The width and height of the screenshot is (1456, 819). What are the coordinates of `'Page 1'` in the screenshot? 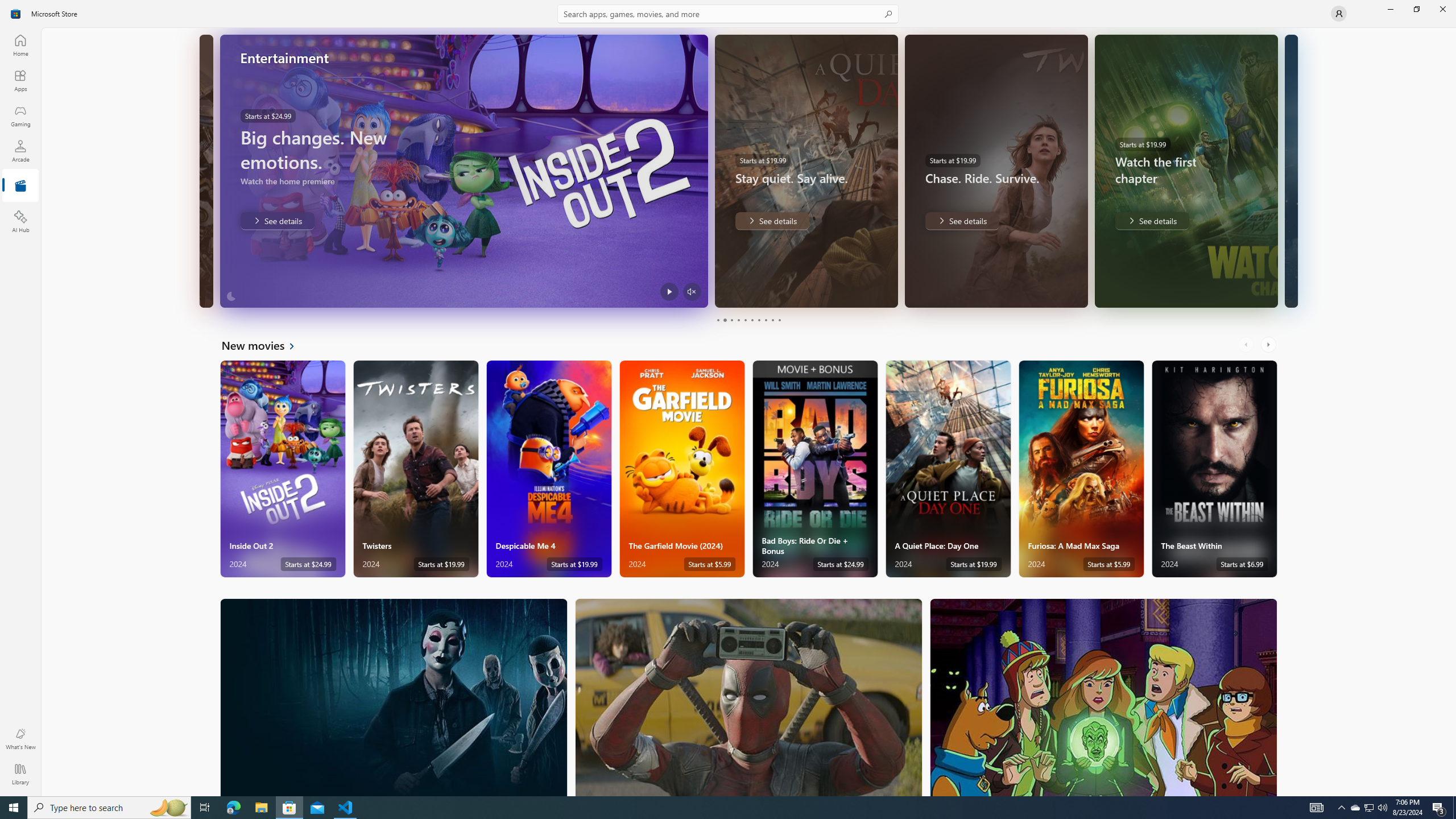 It's located at (717, 320).